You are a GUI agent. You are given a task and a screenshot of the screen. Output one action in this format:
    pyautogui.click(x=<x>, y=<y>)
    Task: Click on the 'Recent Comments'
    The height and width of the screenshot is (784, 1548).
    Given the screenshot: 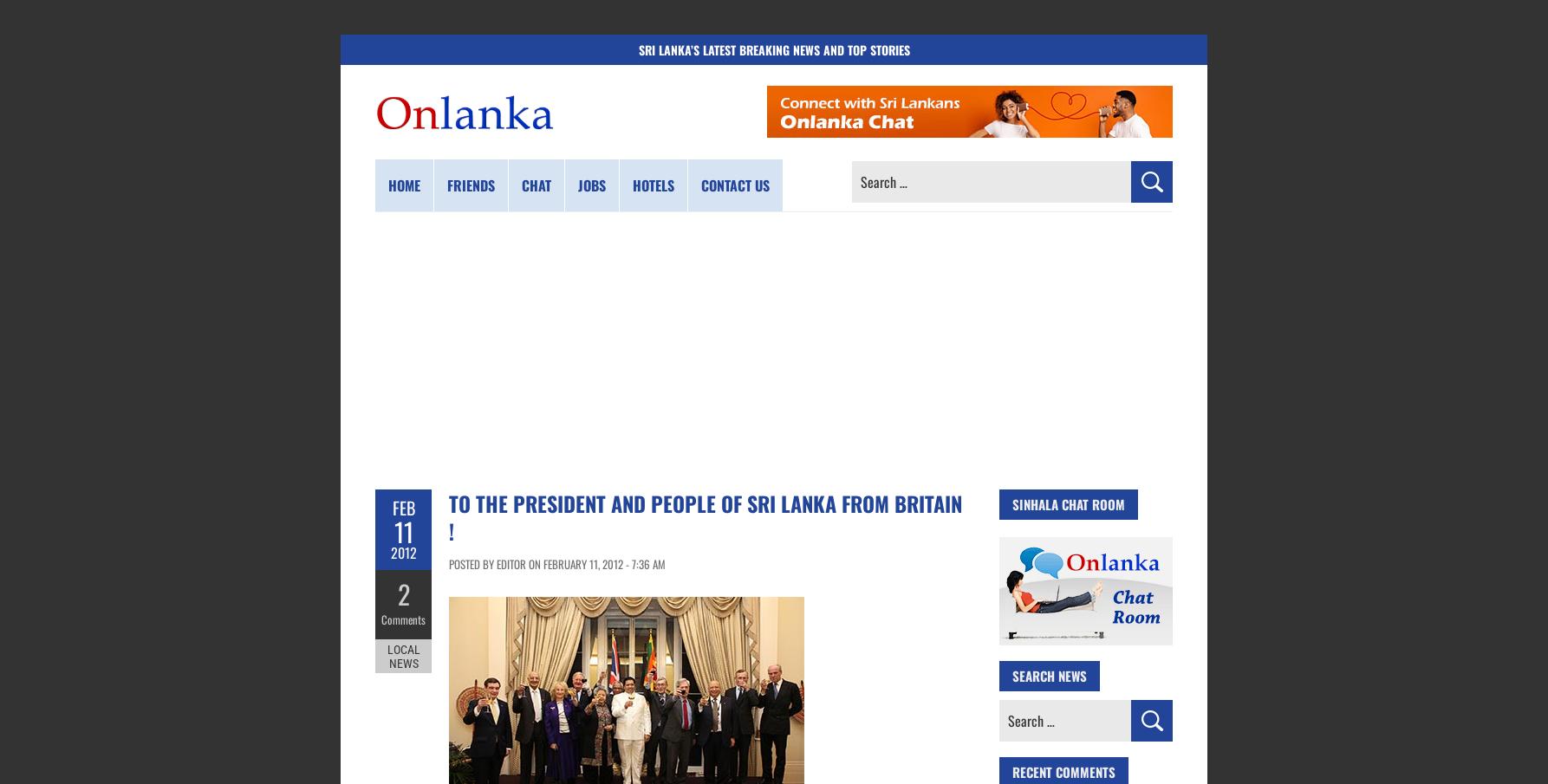 What is the action you would take?
    pyautogui.click(x=1063, y=771)
    